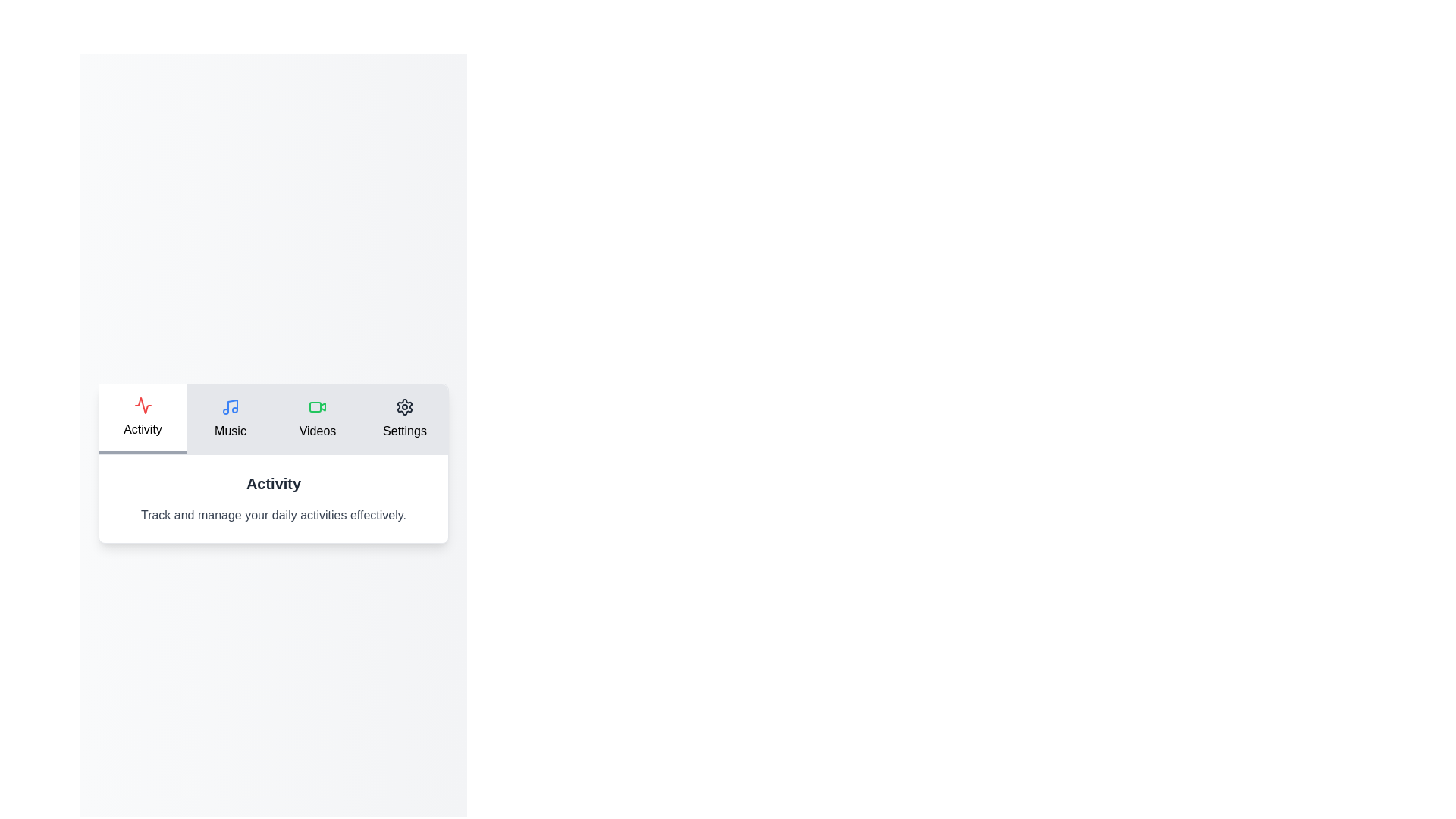 The image size is (1456, 819). I want to click on the Videos tab to view its content, so click(316, 419).